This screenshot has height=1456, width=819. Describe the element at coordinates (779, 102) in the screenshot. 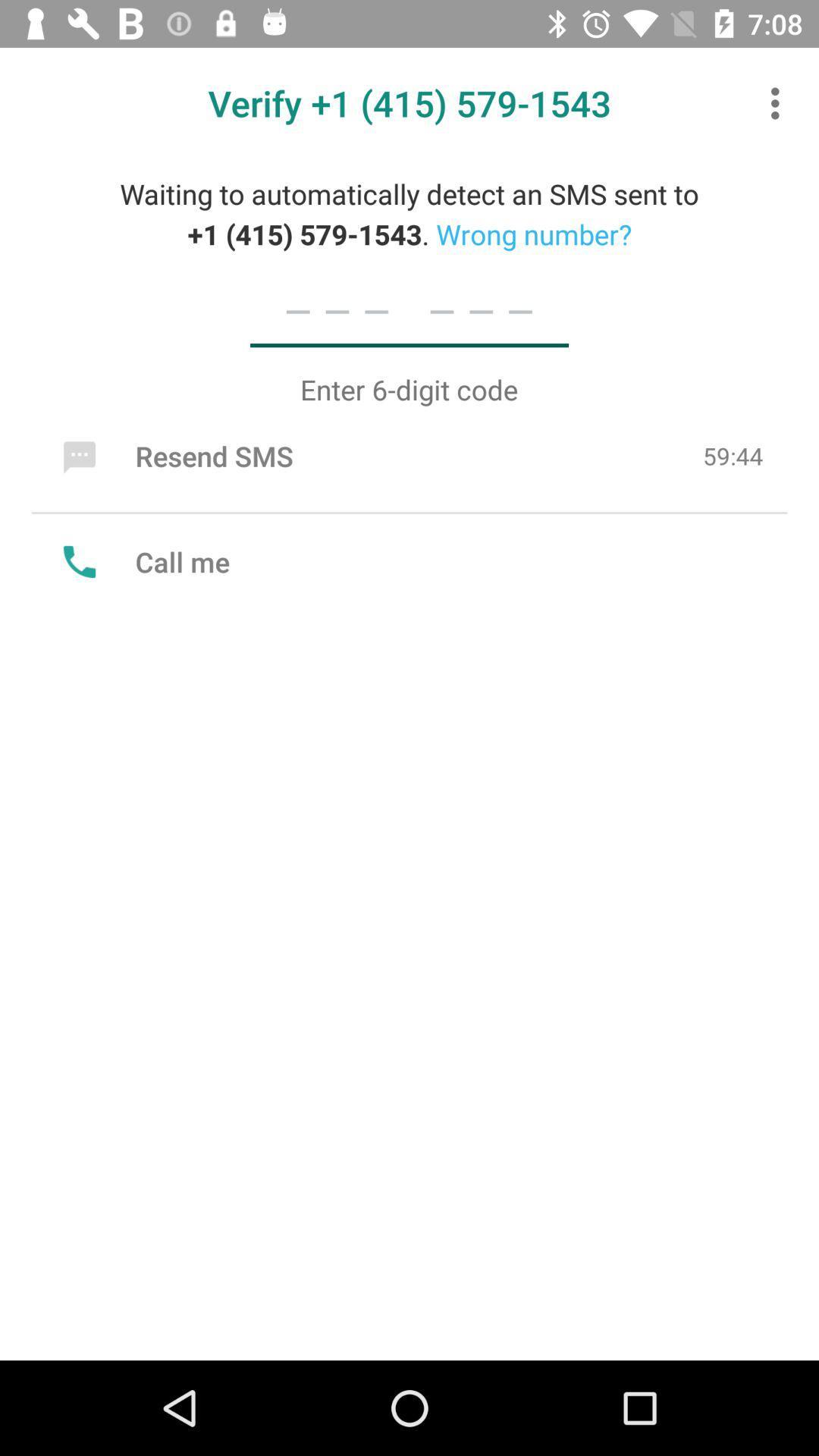

I see `the icon above waiting to automatically icon` at that location.